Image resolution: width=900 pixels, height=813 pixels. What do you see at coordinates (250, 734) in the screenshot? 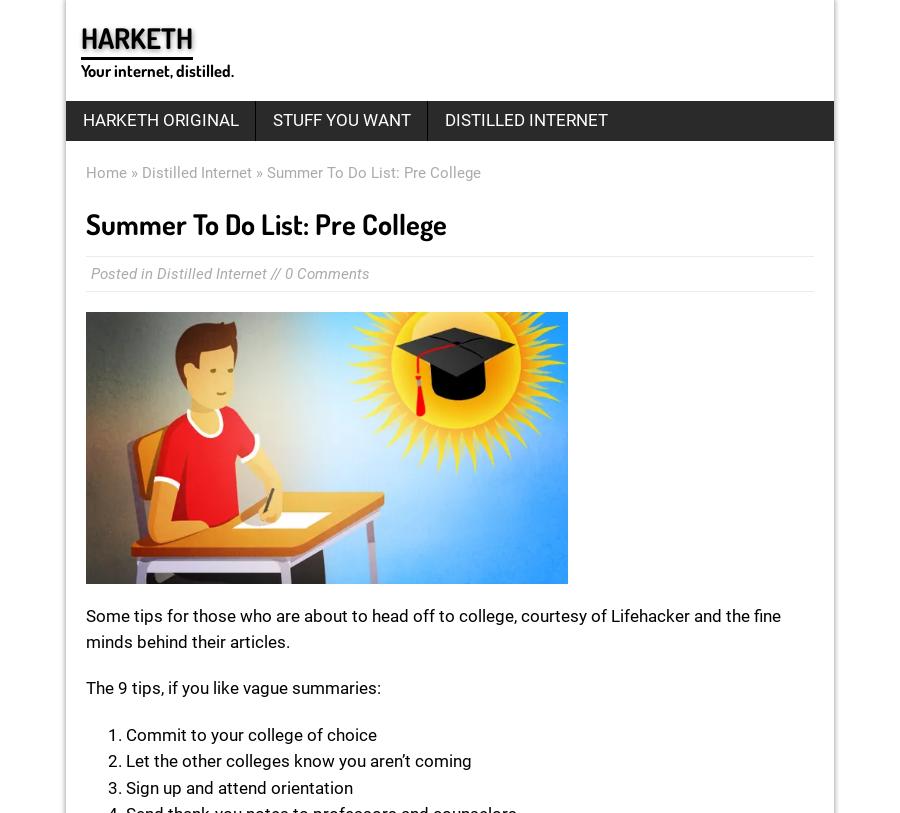
I see `'Commit to your college of choice'` at bounding box center [250, 734].